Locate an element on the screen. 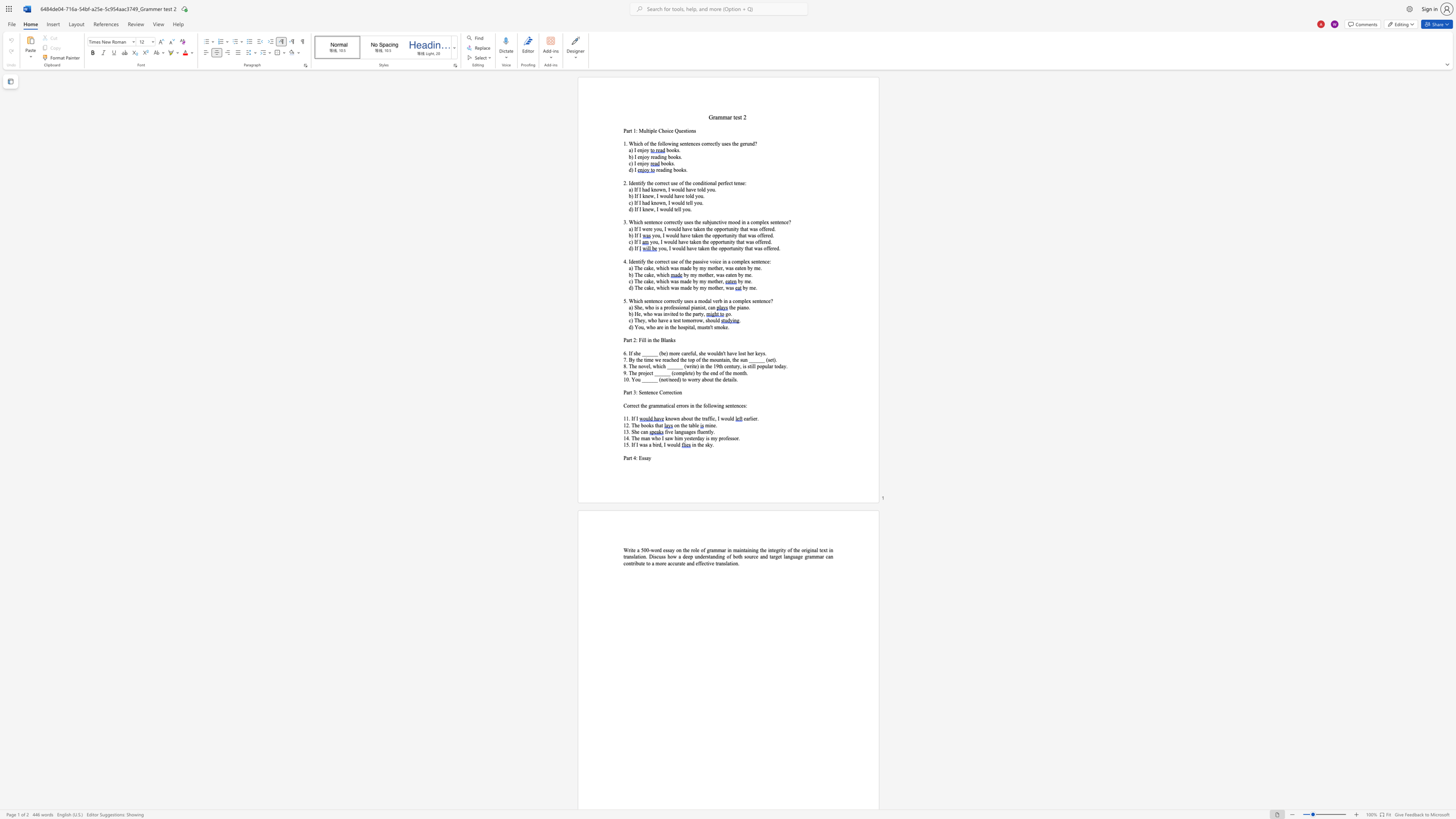  the subset text "orrect use of the conditional" within the text "the correct use of the conditional perfect tense:" is located at coordinates (656, 183).